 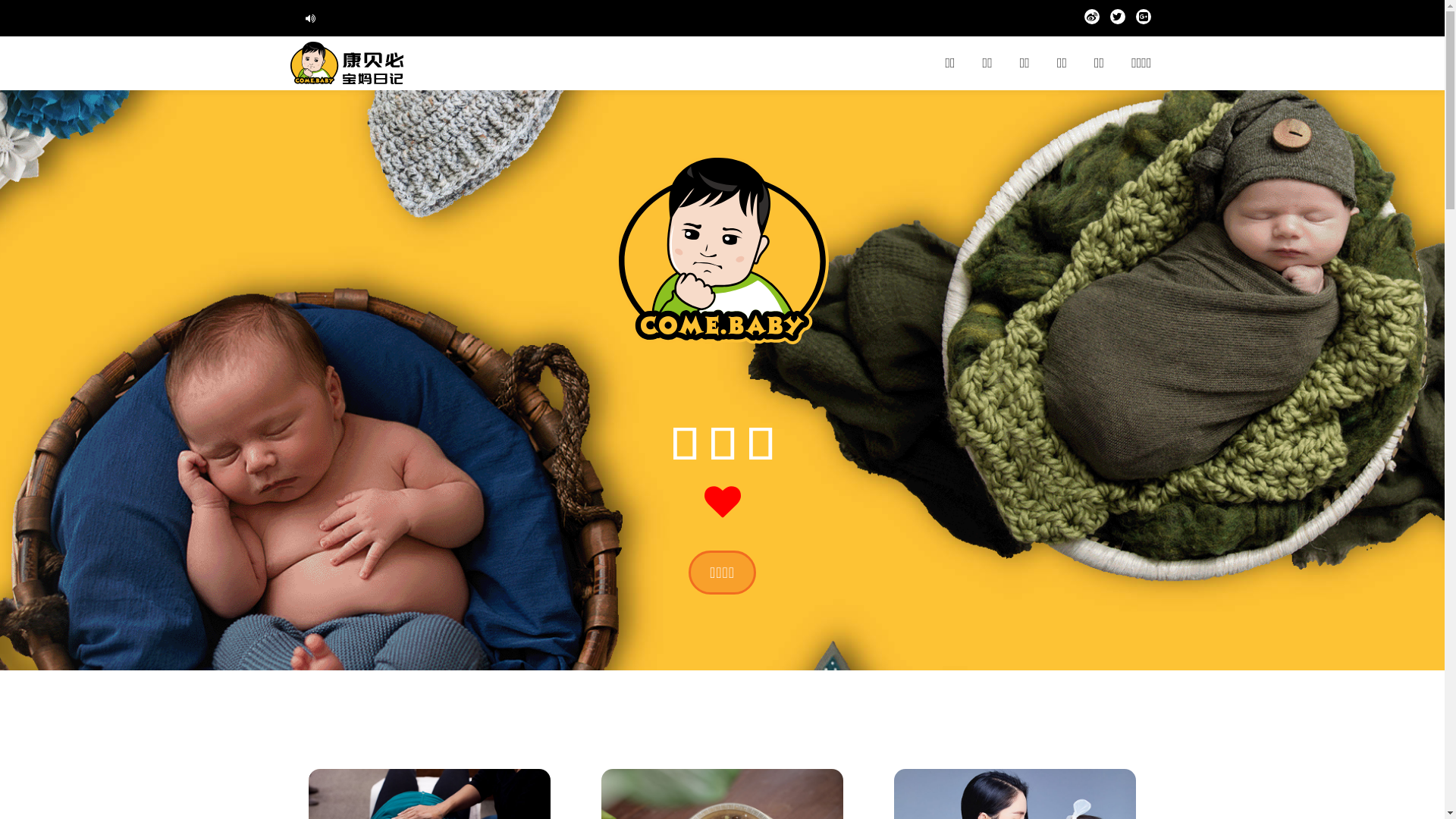 What do you see at coordinates (1117, 20) in the screenshot?
I see `'fa-twitter'` at bounding box center [1117, 20].